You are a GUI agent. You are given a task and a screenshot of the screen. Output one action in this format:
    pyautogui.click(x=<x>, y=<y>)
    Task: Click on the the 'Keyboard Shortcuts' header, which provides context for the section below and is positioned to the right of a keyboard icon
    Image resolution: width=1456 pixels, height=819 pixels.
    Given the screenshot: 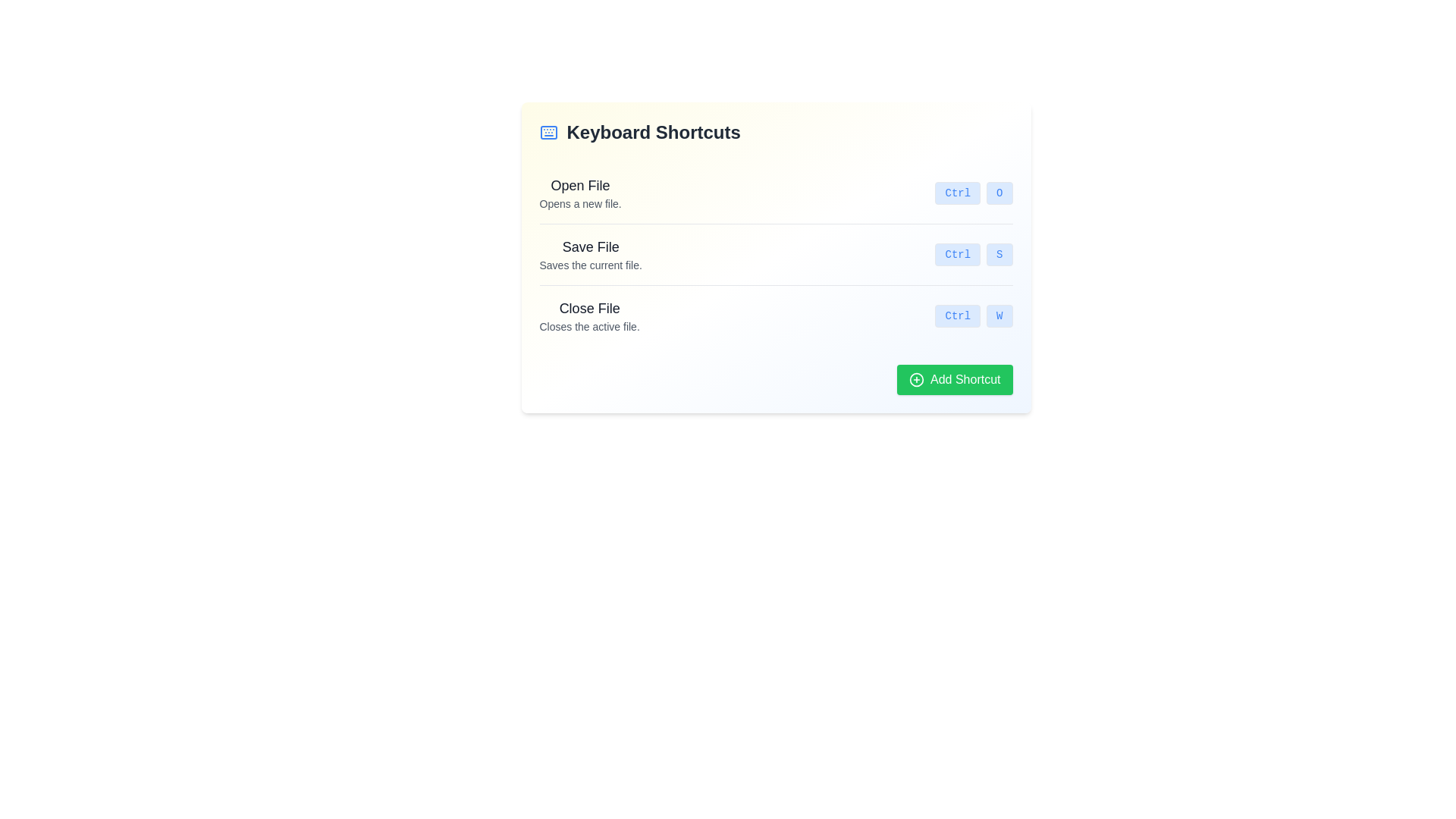 What is the action you would take?
    pyautogui.click(x=654, y=131)
    